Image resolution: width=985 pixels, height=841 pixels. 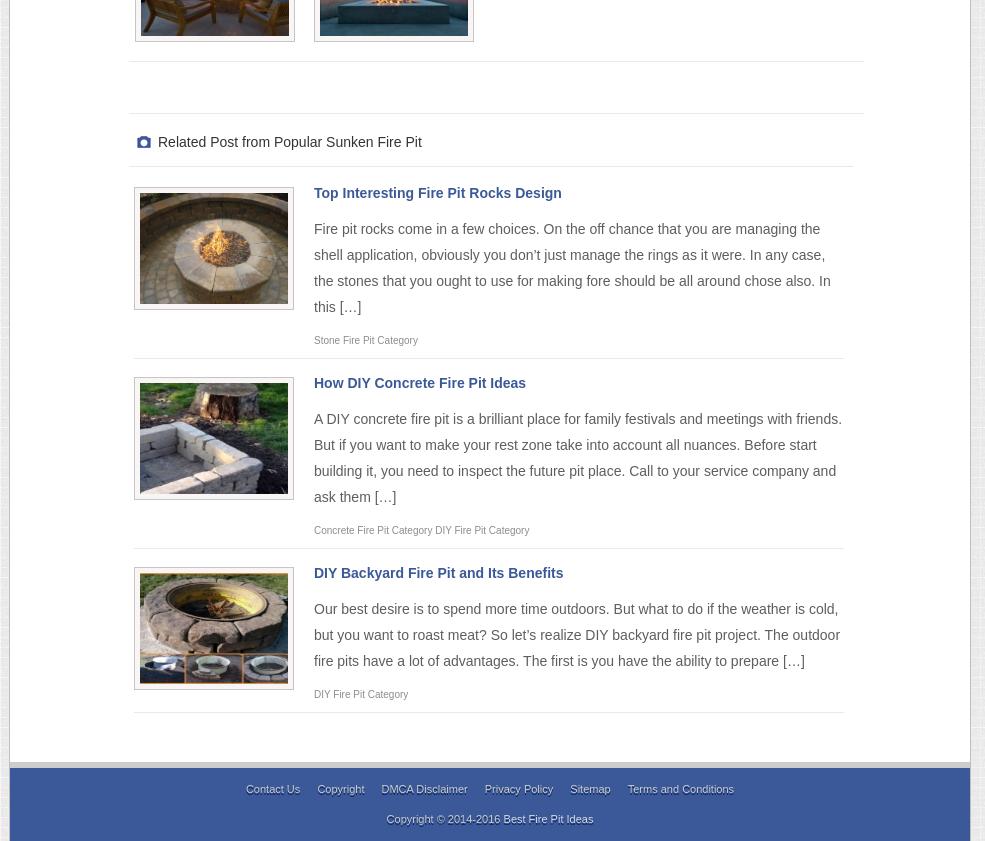 What do you see at coordinates (483, 788) in the screenshot?
I see `'Privacy Policy'` at bounding box center [483, 788].